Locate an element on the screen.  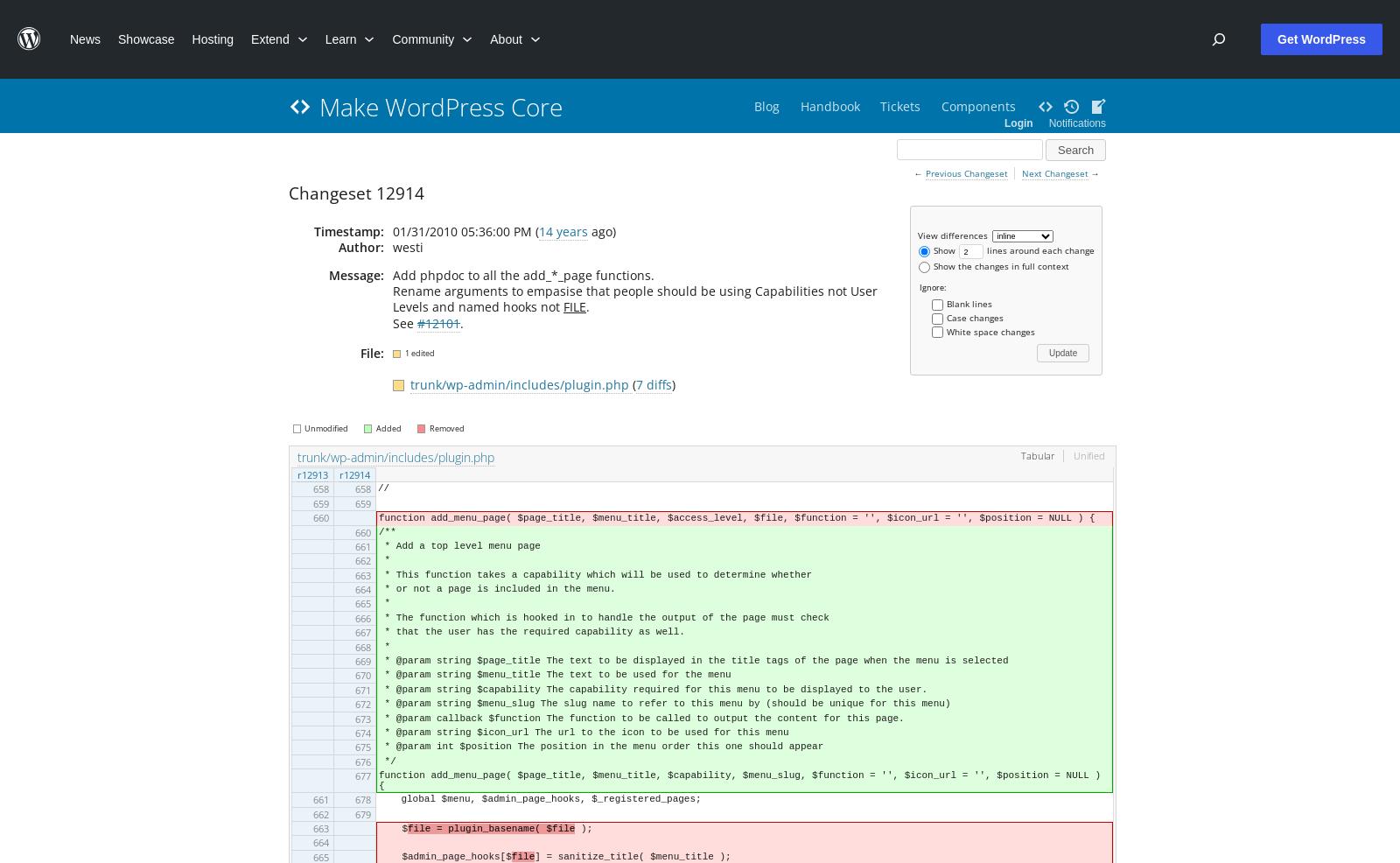
'Case changes' is located at coordinates (947, 315).